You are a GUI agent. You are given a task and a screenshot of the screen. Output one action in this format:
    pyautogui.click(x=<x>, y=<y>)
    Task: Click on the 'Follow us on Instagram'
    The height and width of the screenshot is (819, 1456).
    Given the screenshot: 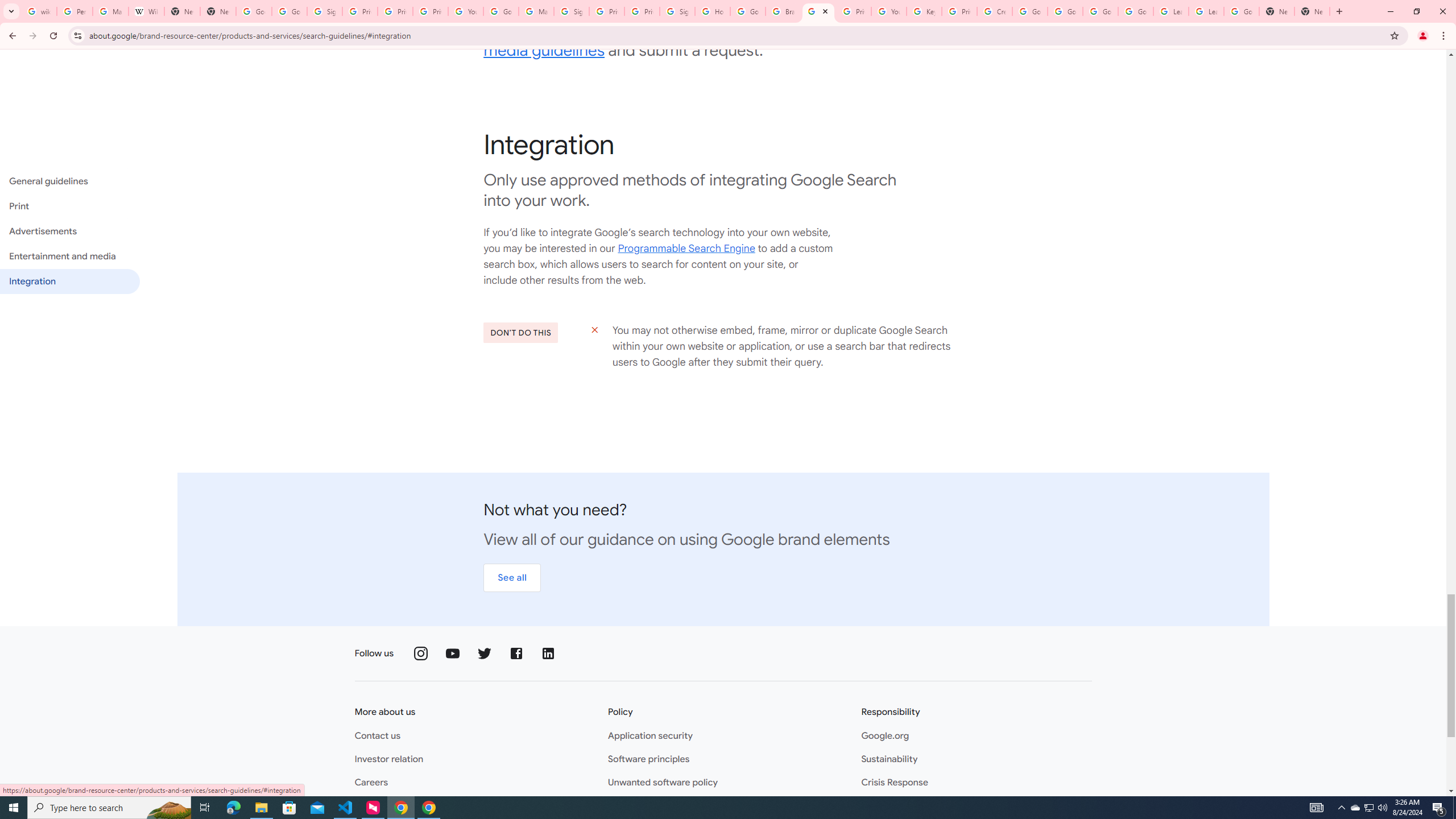 What is the action you would take?
    pyautogui.click(x=421, y=653)
    